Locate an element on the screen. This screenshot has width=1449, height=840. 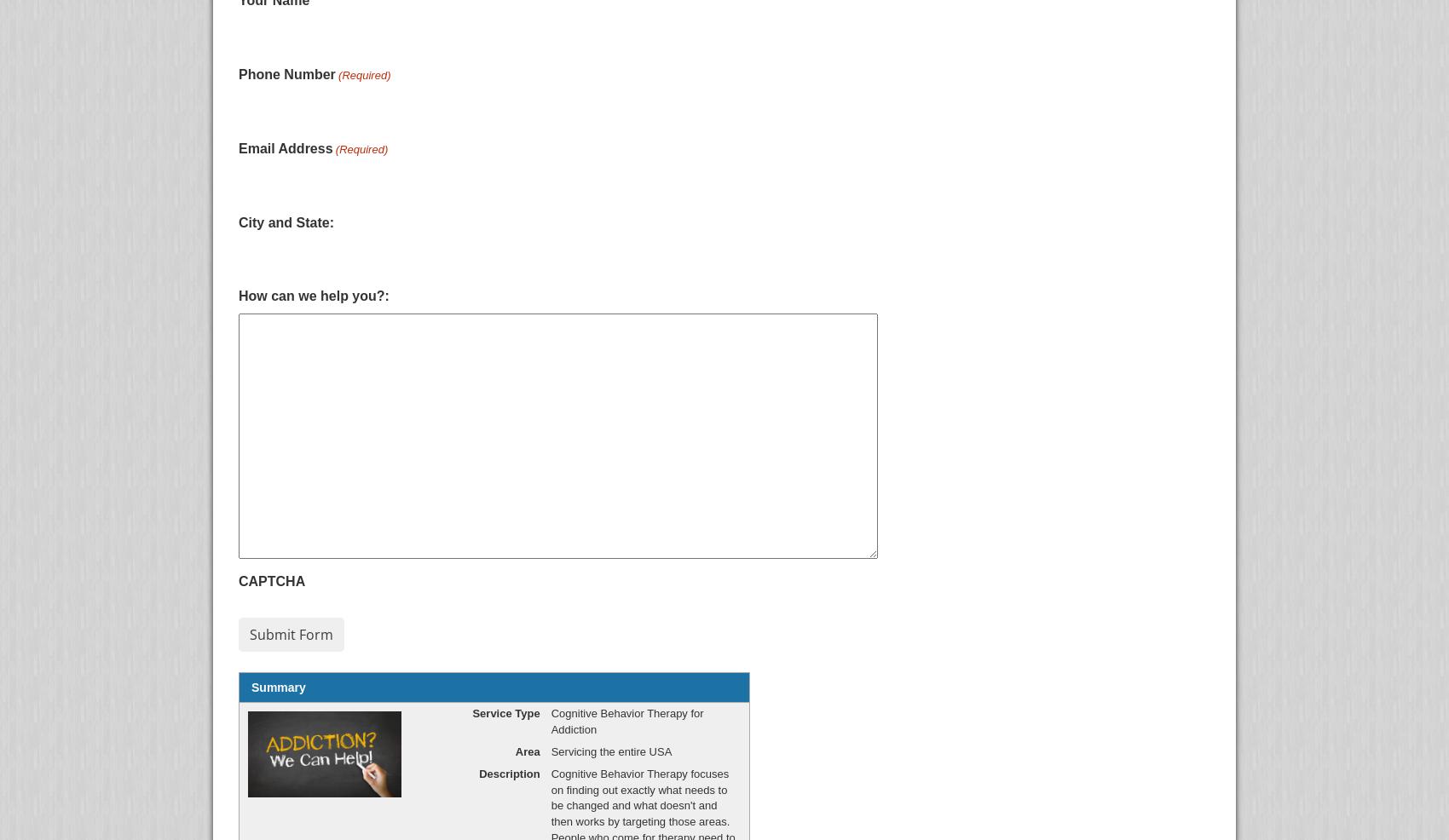
'Summary' is located at coordinates (277, 688).